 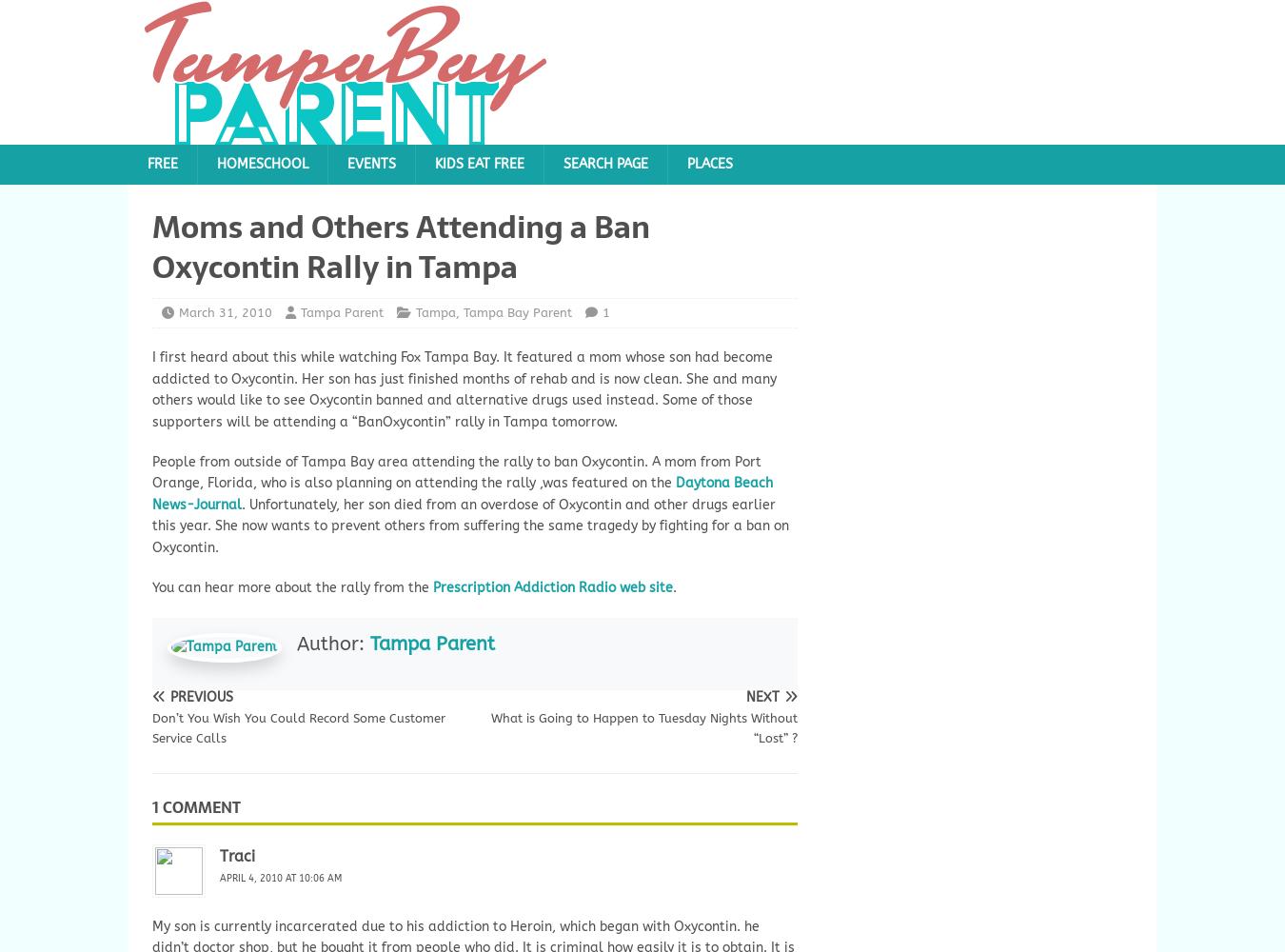 What do you see at coordinates (151, 728) in the screenshot?
I see `'Don’t You Wish You Could Record Some Customer Service Calls'` at bounding box center [151, 728].